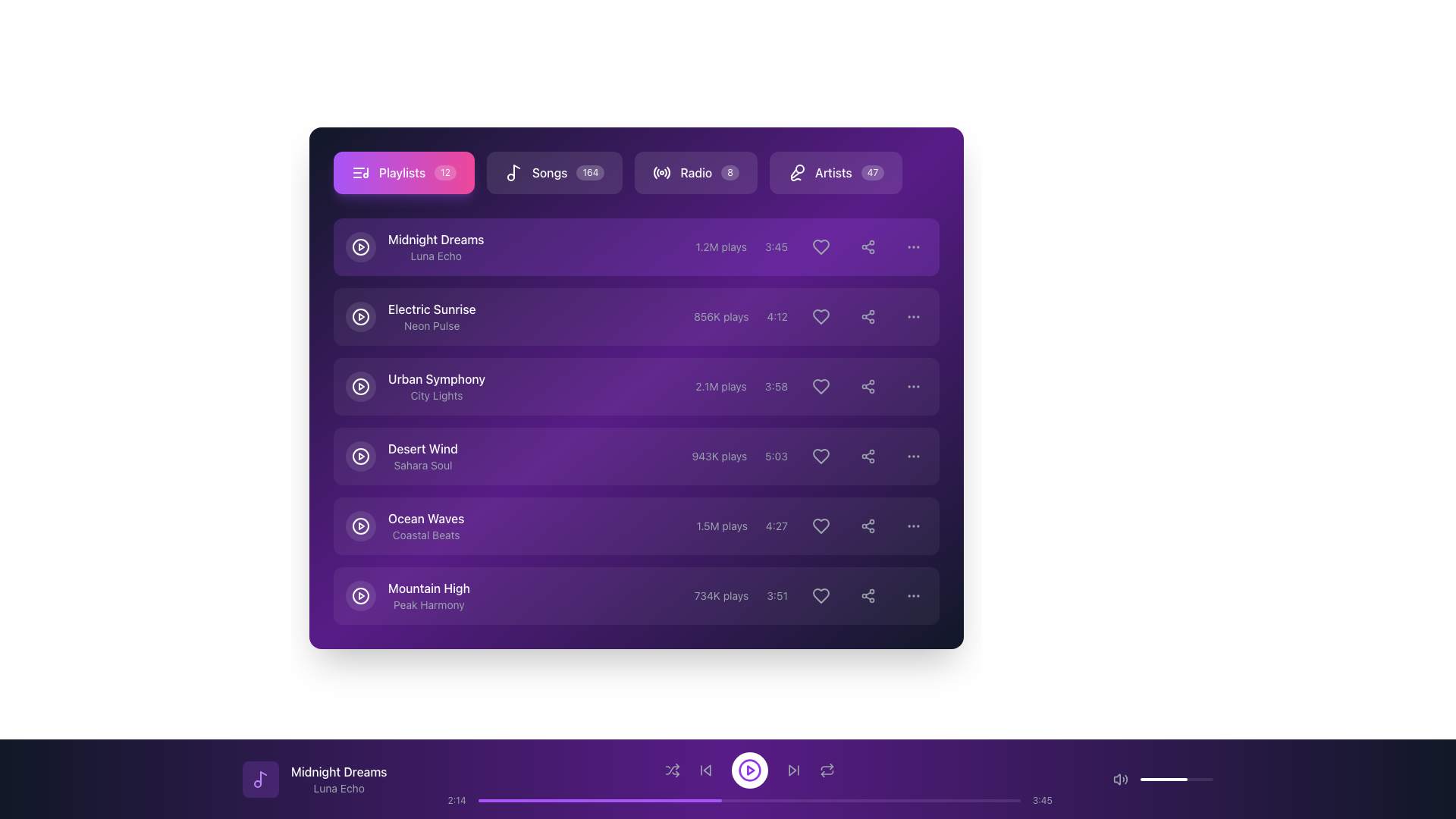 Image resolution: width=1456 pixels, height=819 pixels. What do you see at coordinates (261, 780) in the screenshot?
I see `the icon representing the current playing song or playlist, located in the bottom left of the music player section near the 'Midnight Dreams' title` at bounding box center [261, 780].